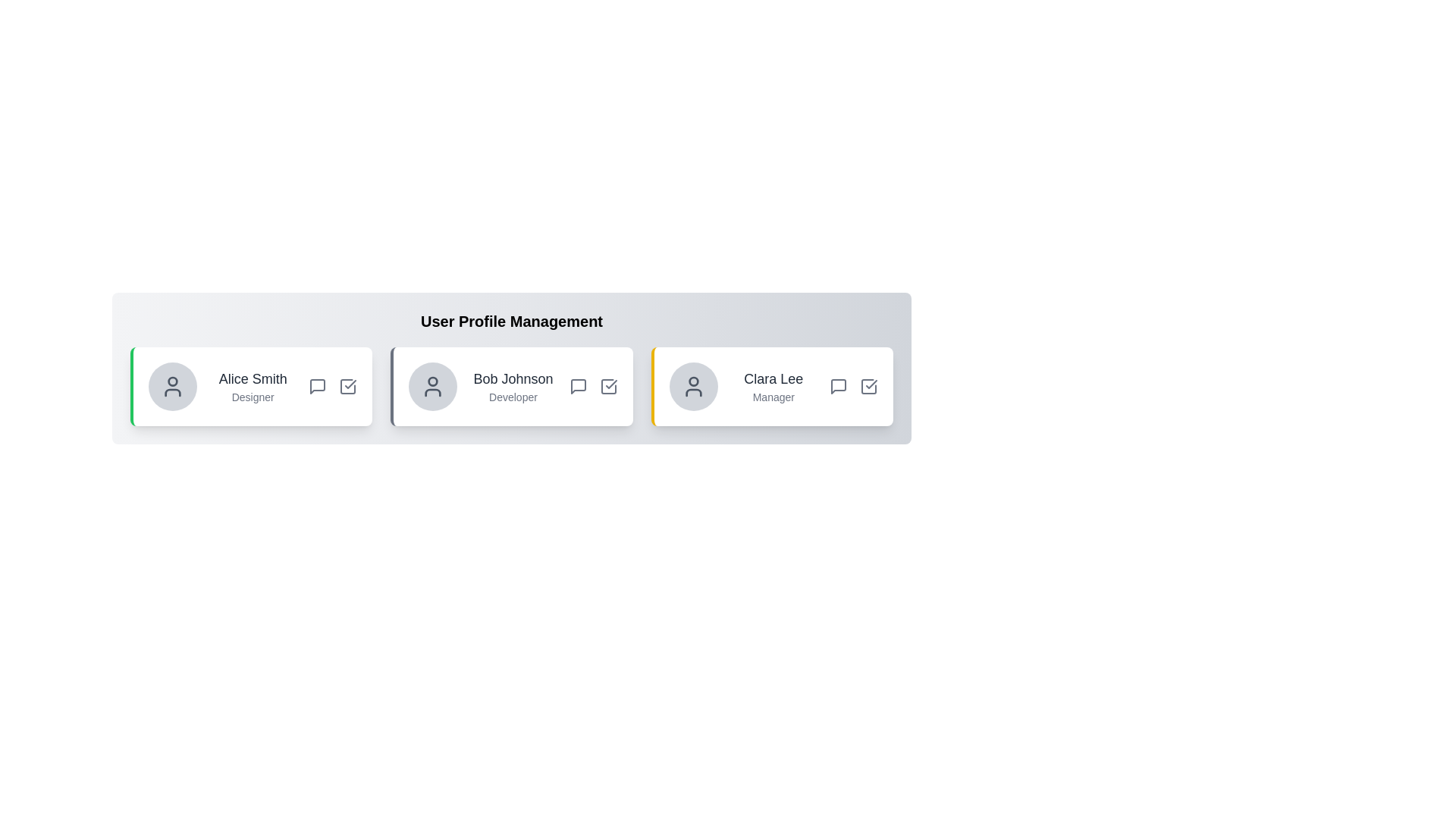 This screenshot has height=819, width=1456. What do you see at coordinates (773, 385) in the screenshot?
I see `the static text display showing the name and title of Clara Lee located in the third profile card under 'User Profile Management'` at bounding box center [773, 385].